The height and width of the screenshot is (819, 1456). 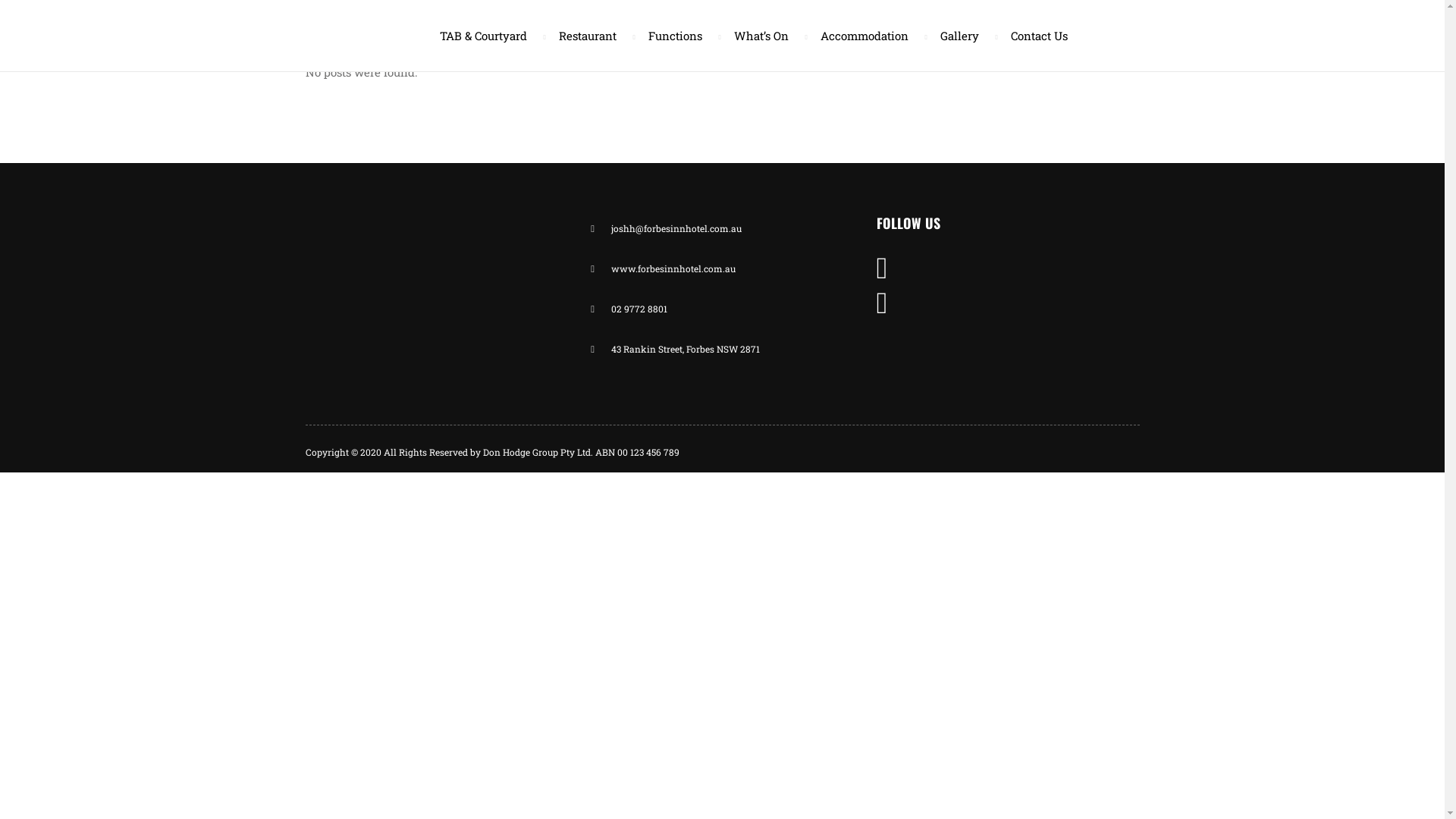 What do you see at coordinates (589, 34) in the screenshot?
I see `'Restaurant'` at bounding box center [589, 34].